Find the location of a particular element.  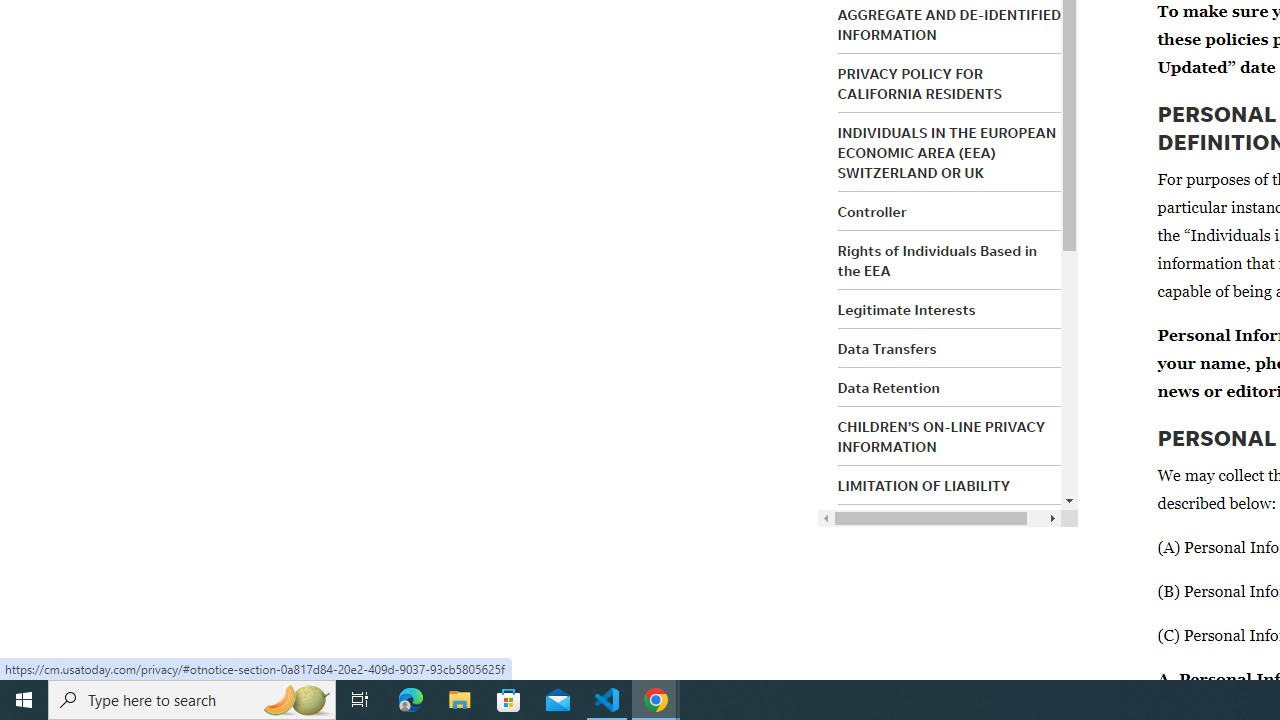

'Data Retention' is located at coordinates (887, 387).